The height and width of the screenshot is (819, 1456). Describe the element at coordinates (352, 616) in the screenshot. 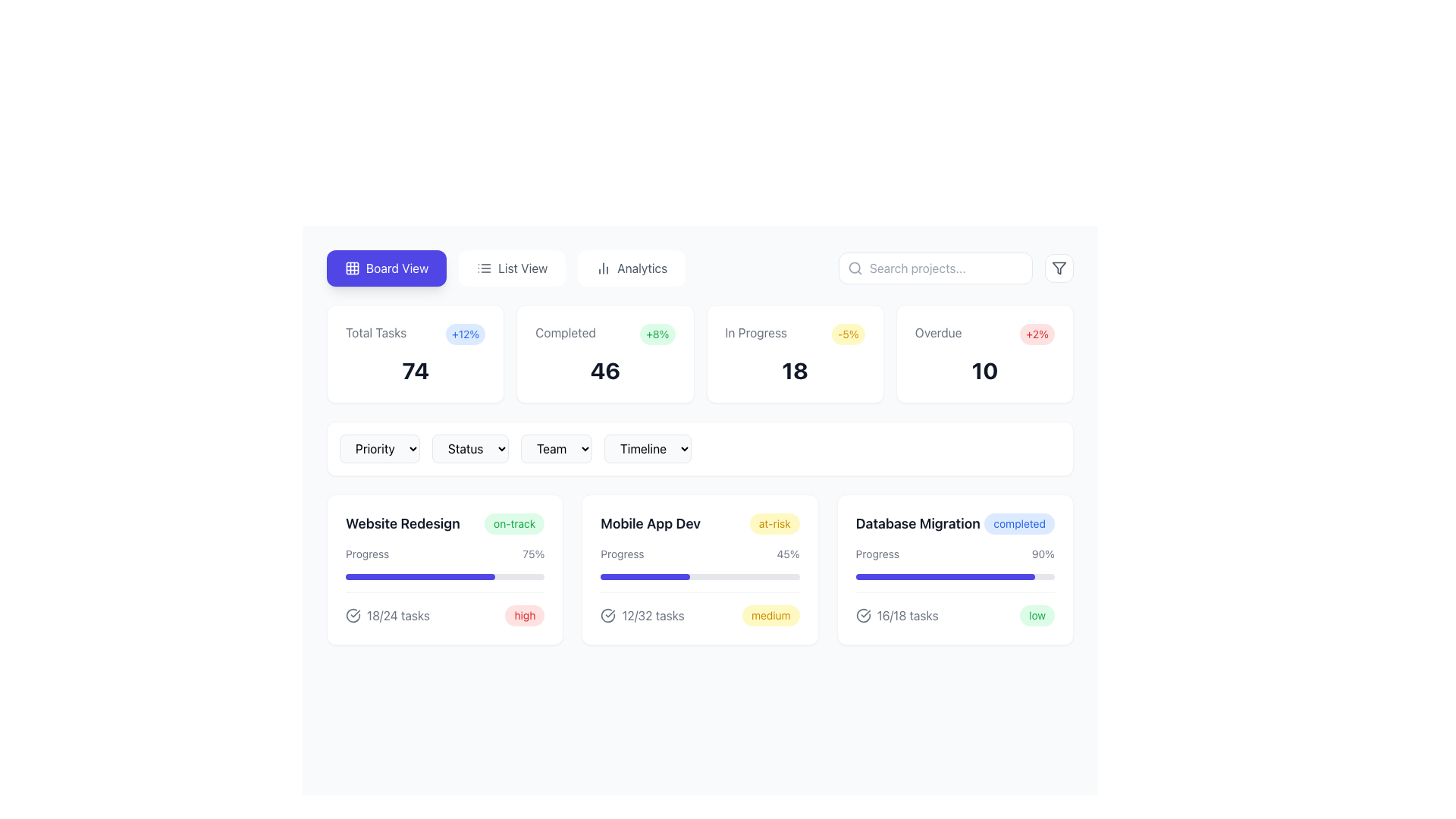

I see `the completion status icon positioned to the left of the text '18/24 tasks' in the task management interface` at that location.